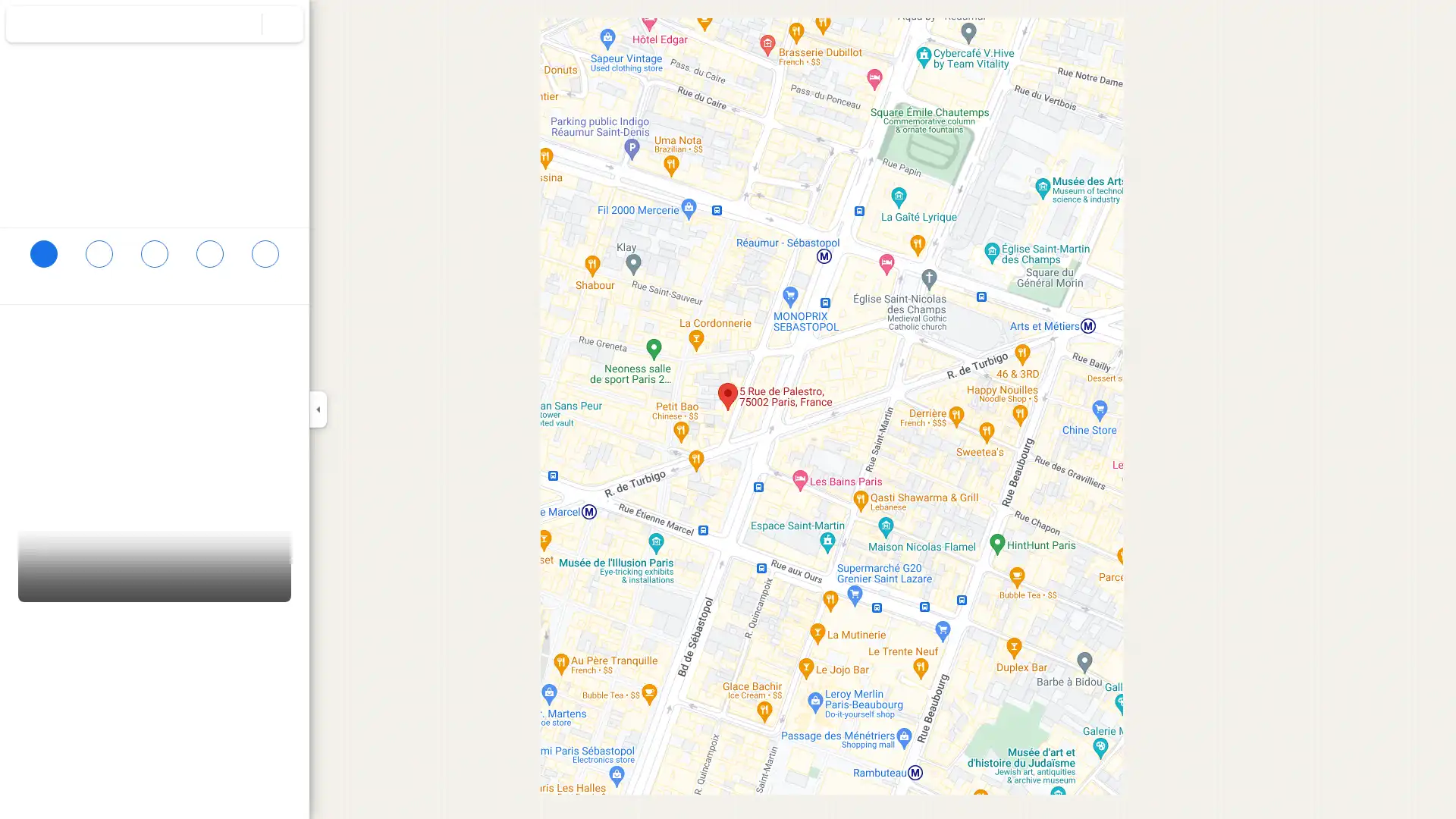 Image resolution: width=1456 pixels, height=819 pixels. I want to click on Clear search, so click(283, 24).